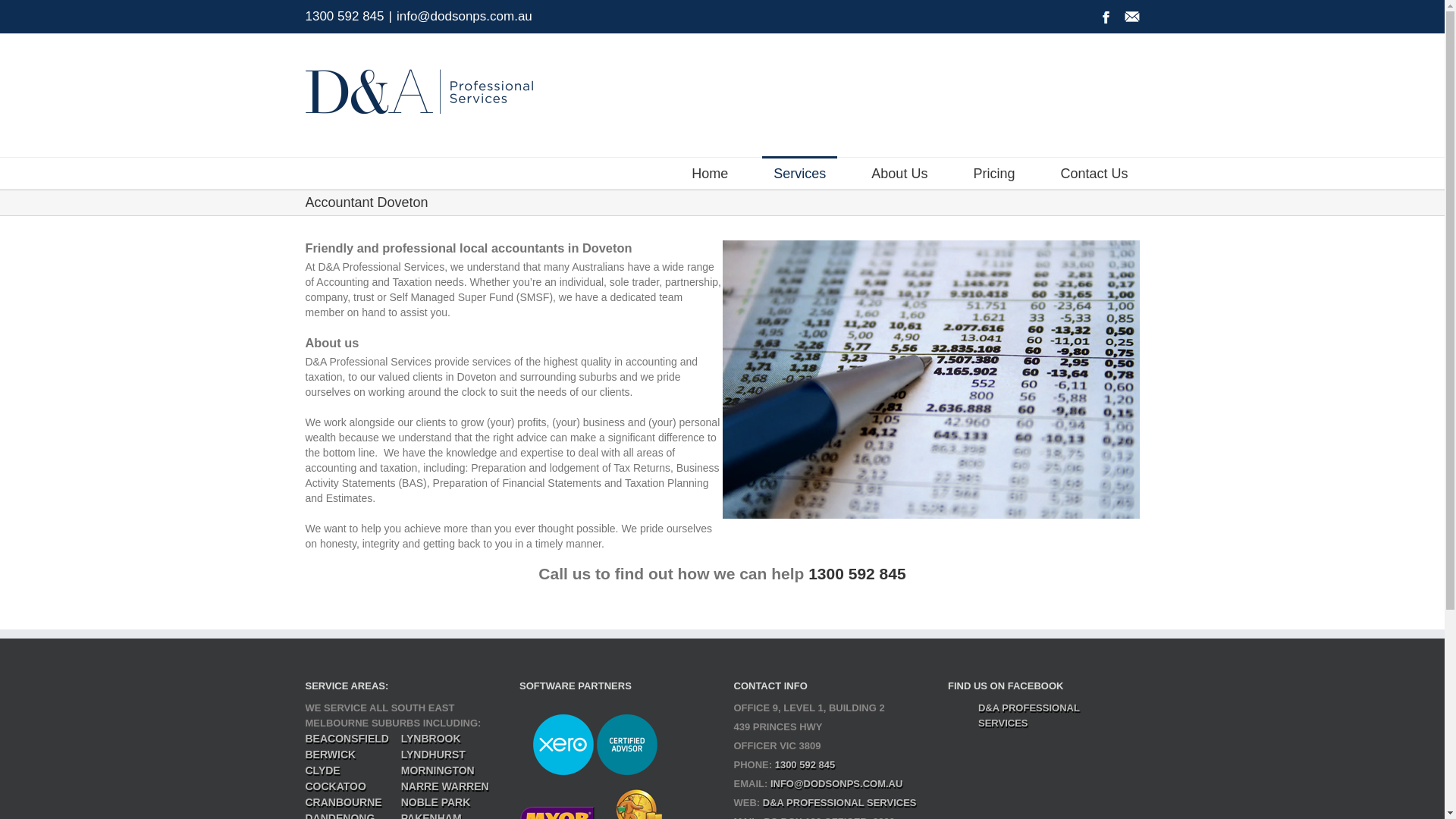 This screenshot has width=1456, height=819. I want to click on 'LYNBROOK', so click(400, 738).